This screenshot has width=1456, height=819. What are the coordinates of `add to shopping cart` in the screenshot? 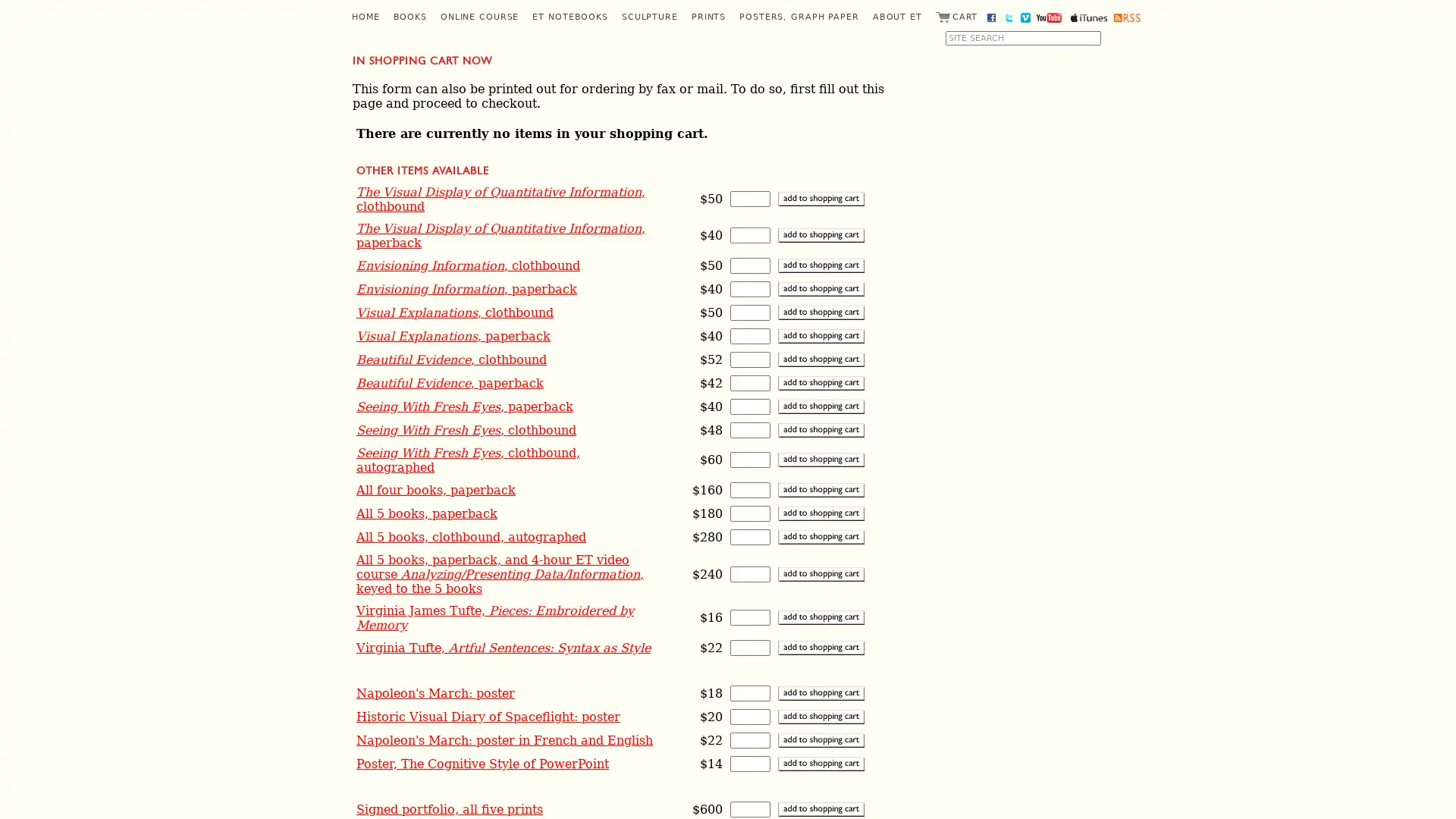 It's located at (821, 459).